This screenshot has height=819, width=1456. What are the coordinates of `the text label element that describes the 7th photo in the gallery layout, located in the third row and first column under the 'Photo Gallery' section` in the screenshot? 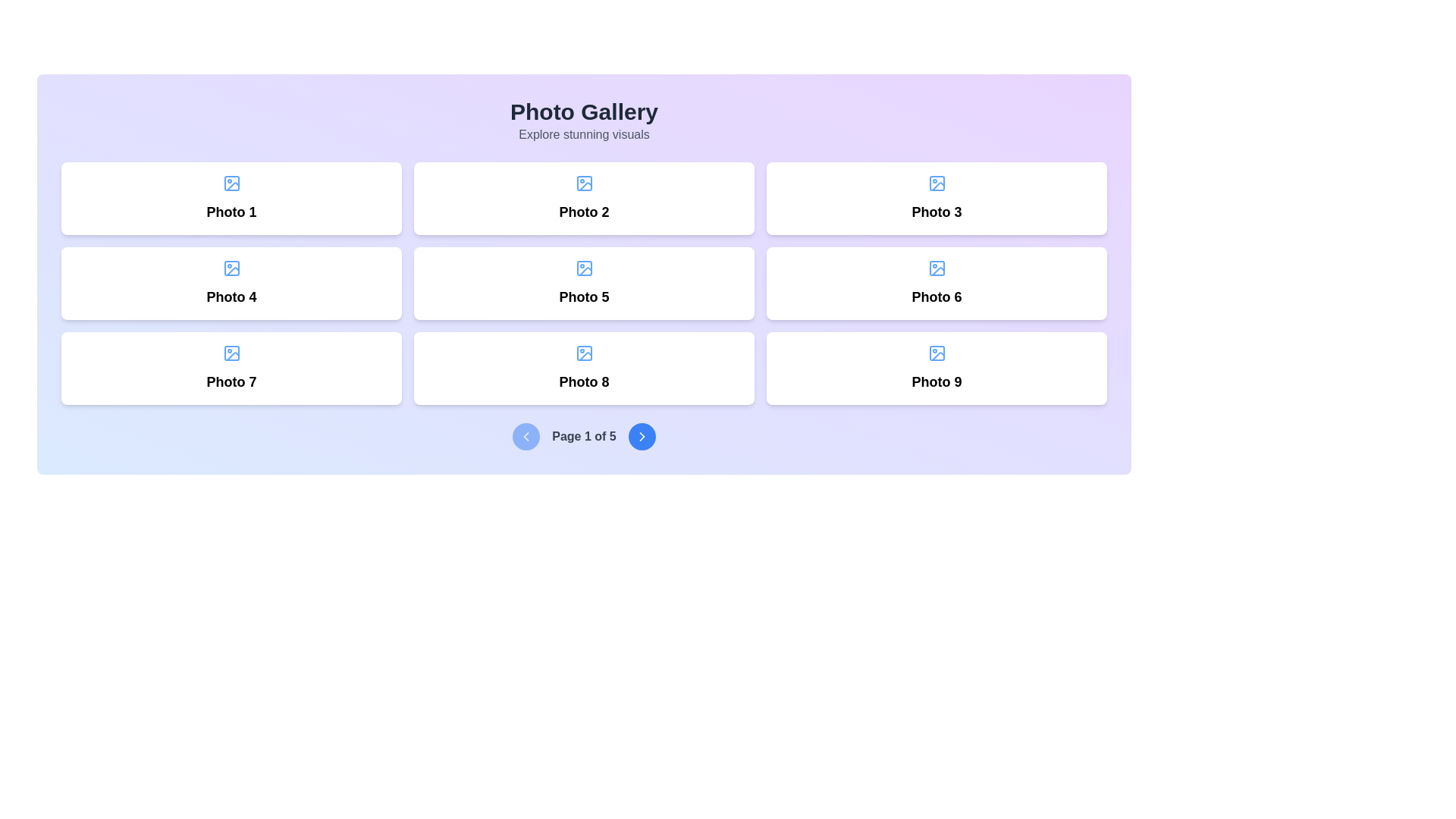 It's located at (231, 381).